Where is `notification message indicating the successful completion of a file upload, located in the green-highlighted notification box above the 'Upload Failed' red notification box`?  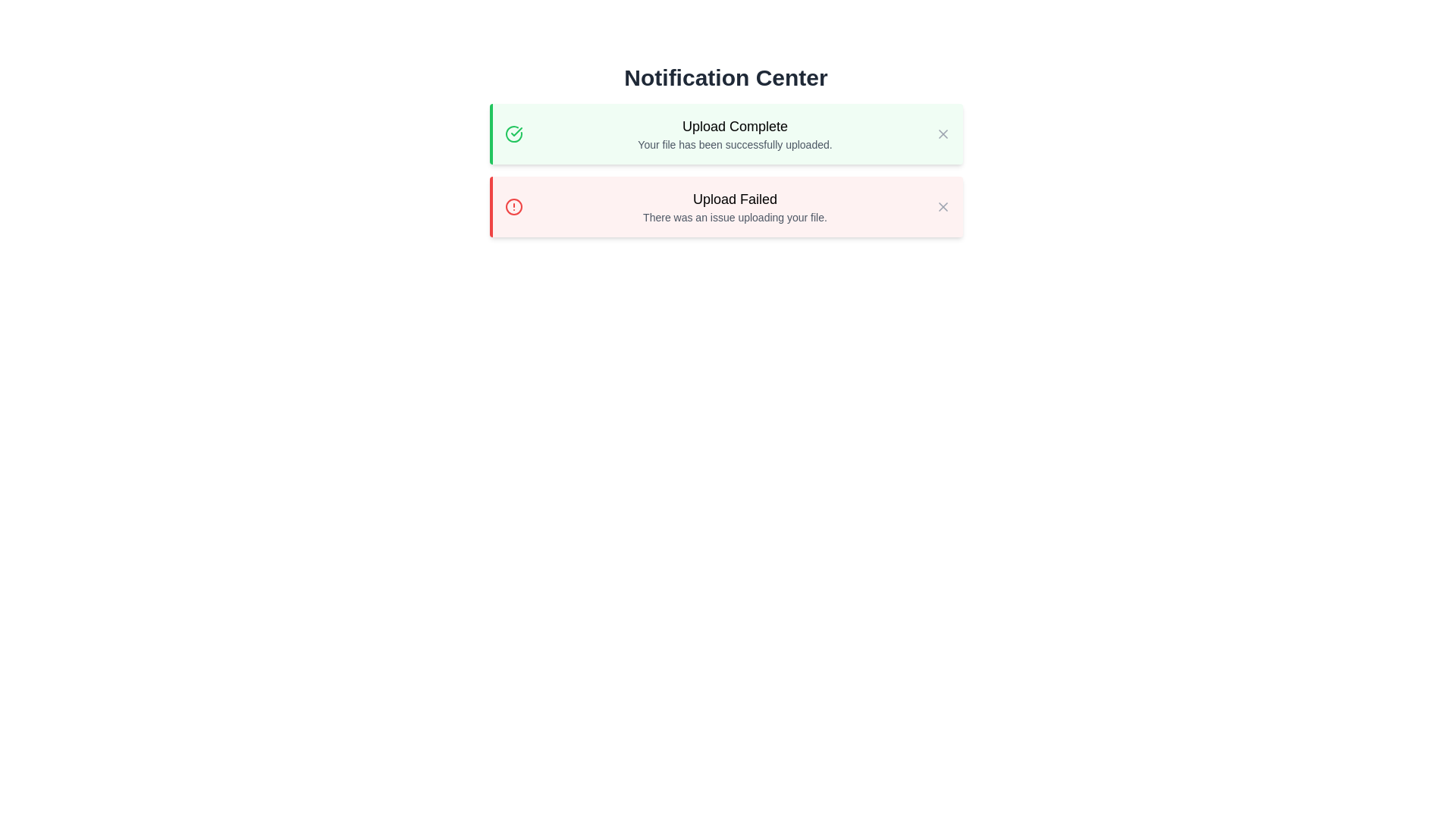
notification message indicating the successful completion of a file upload, located in the green-highlighted notification box above the 'Upload Failed' red notification box is located at coordinates (735, 133).